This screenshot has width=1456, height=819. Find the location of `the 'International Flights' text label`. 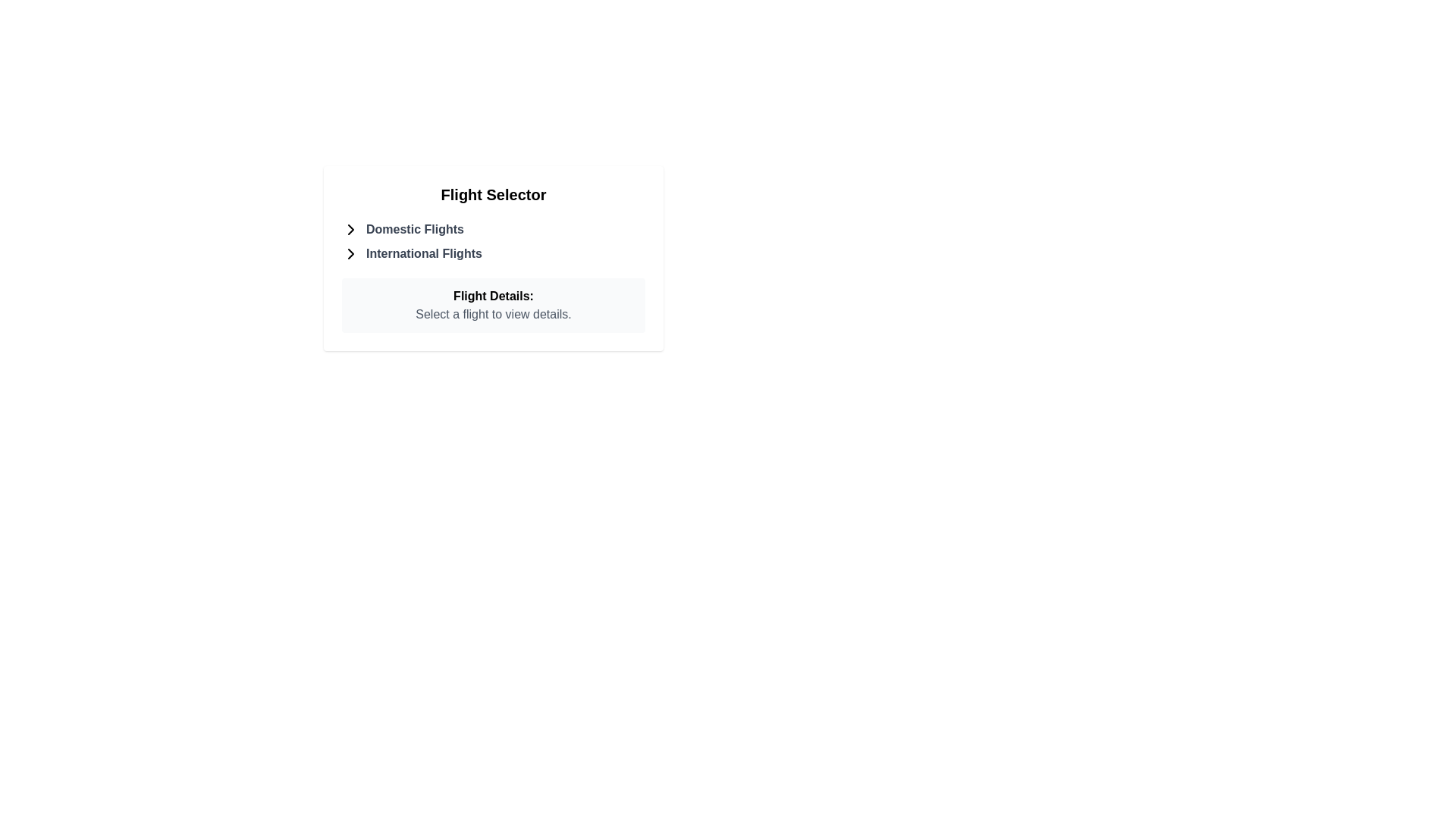

the 'International Flights' text label is located at coordinates (424, 253).